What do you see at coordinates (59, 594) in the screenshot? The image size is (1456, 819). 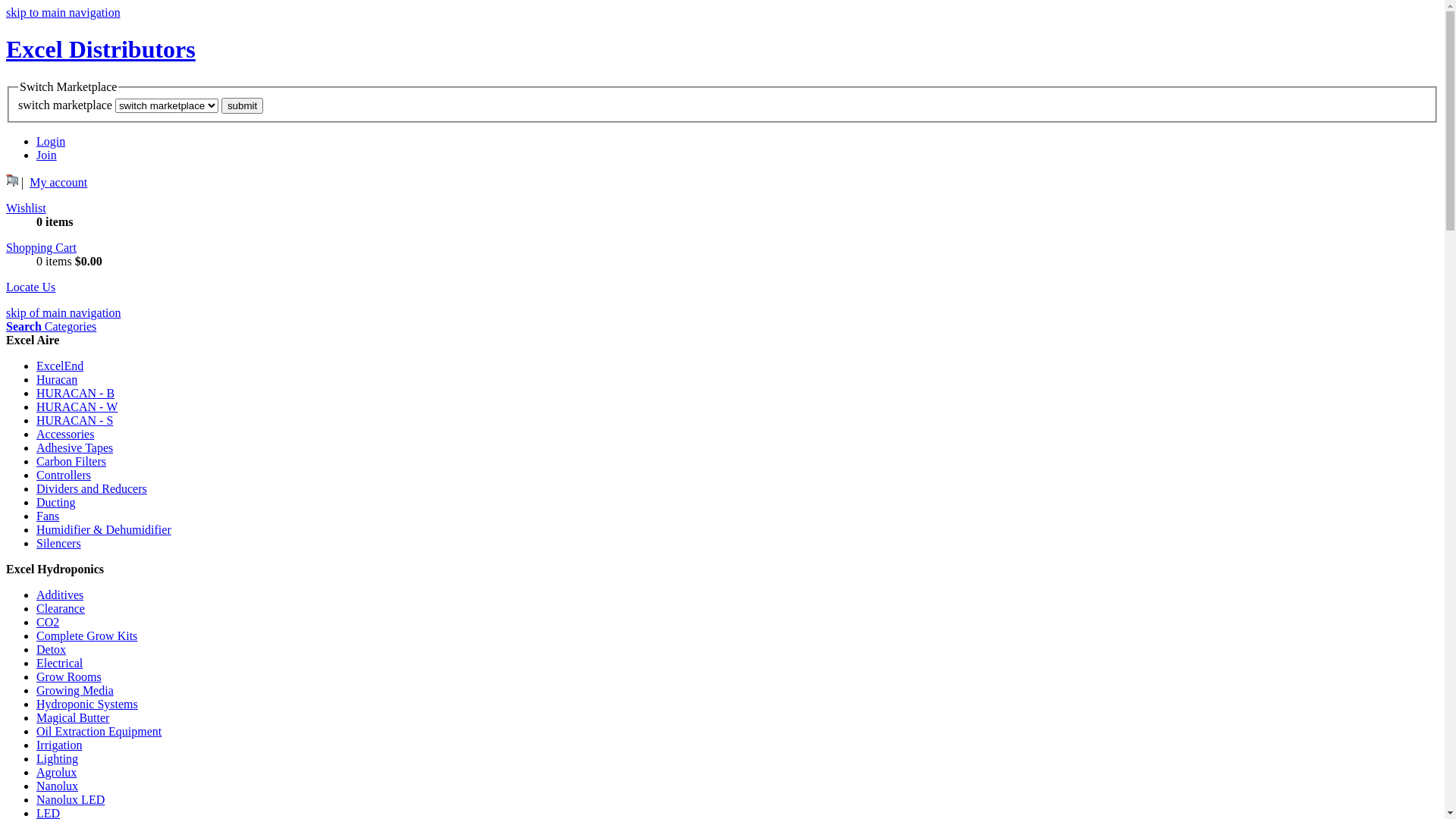 I see `'Additives'` at bounding box center [59, 594].